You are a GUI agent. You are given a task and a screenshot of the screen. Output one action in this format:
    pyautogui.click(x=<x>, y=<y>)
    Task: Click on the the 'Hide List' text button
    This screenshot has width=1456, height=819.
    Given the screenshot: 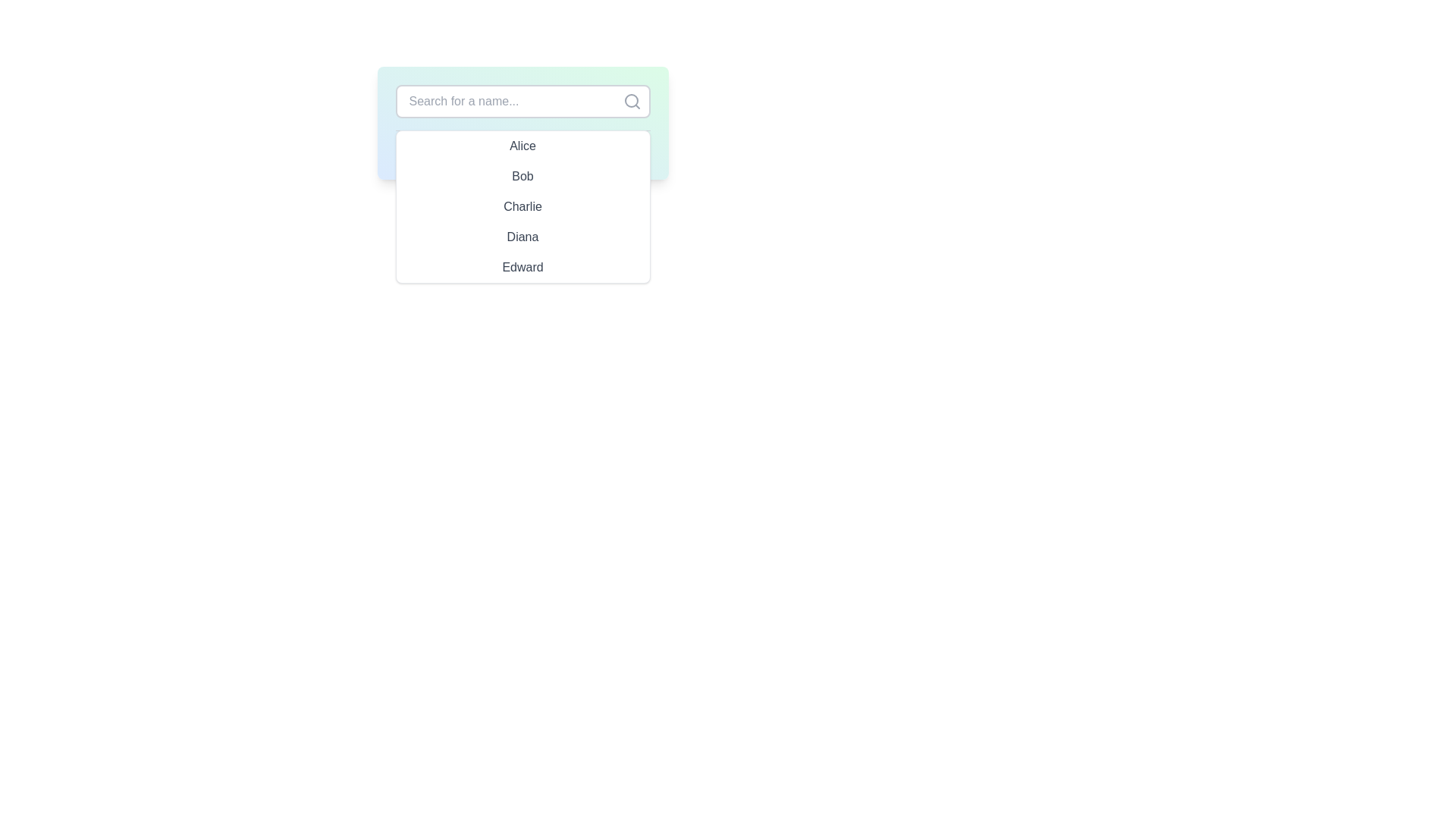 What is the action you would take?
    pyautogui.click(x=522, y=146)
    